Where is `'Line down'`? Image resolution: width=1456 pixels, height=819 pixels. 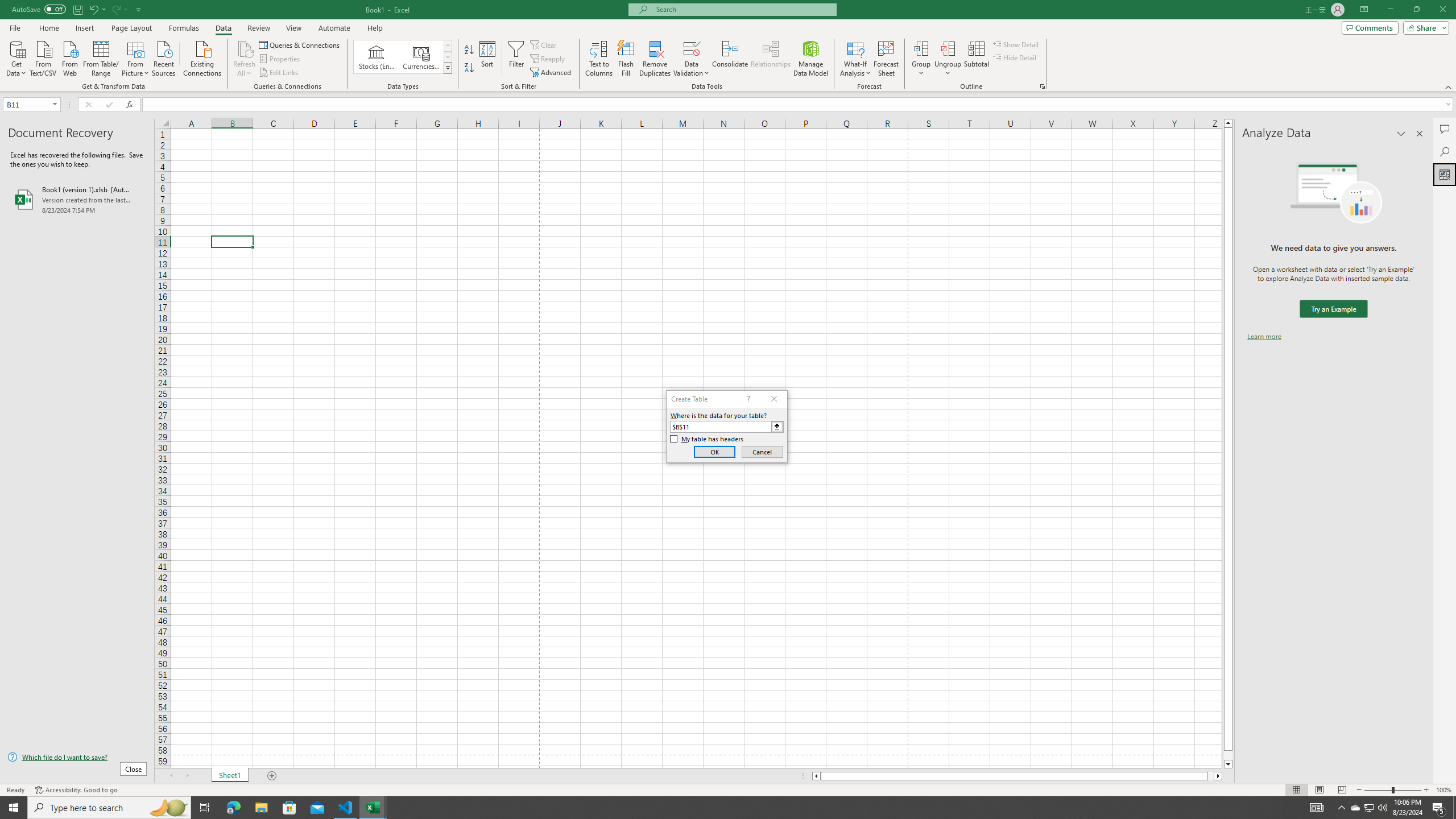 'Line down' is located at coordinates (1228, 764).